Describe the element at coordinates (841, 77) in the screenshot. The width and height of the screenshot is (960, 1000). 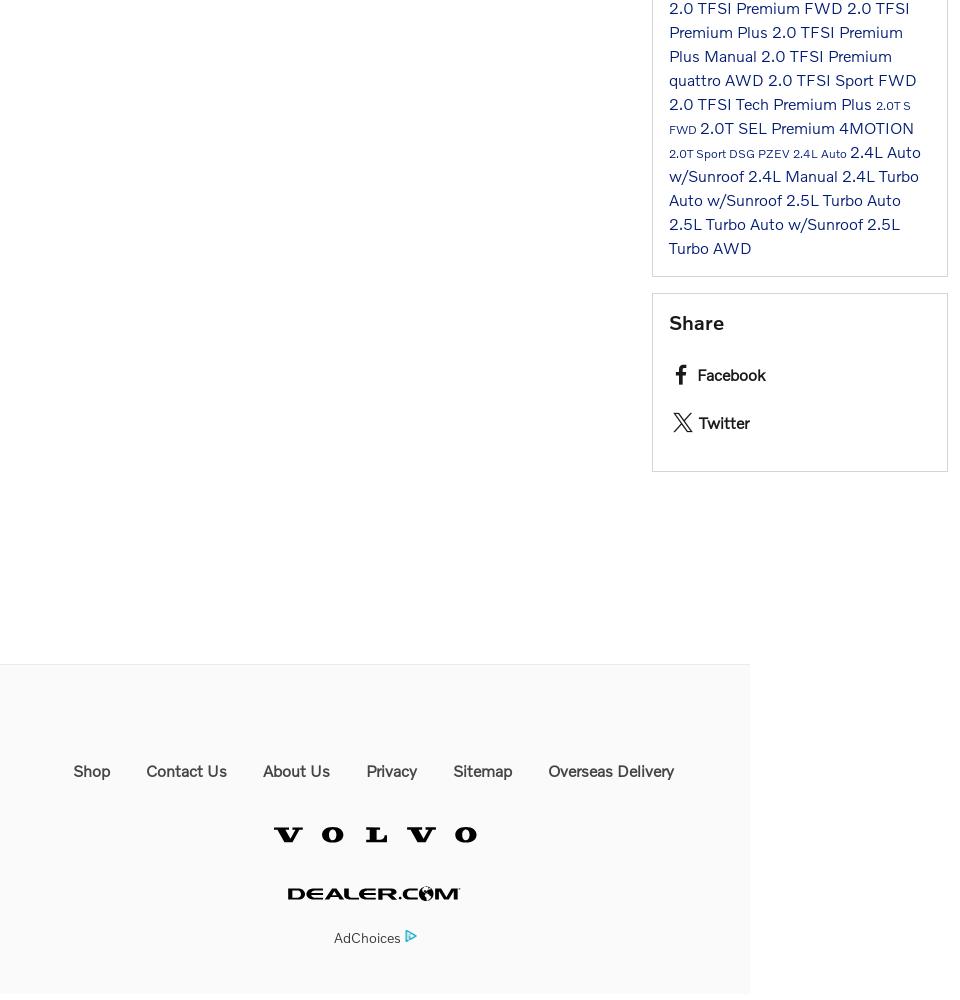
I see `'2.0 TFSI Sport FWD'` at that location.